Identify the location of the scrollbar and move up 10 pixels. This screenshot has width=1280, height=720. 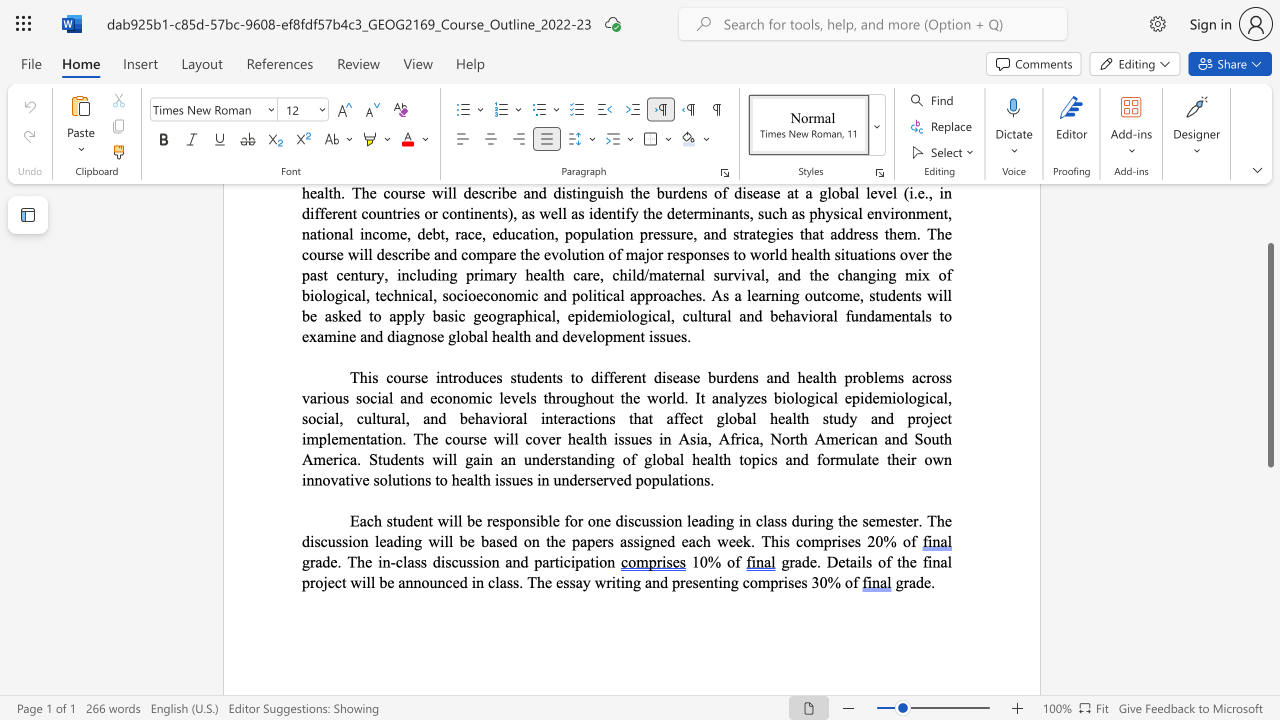
(1269, 354).